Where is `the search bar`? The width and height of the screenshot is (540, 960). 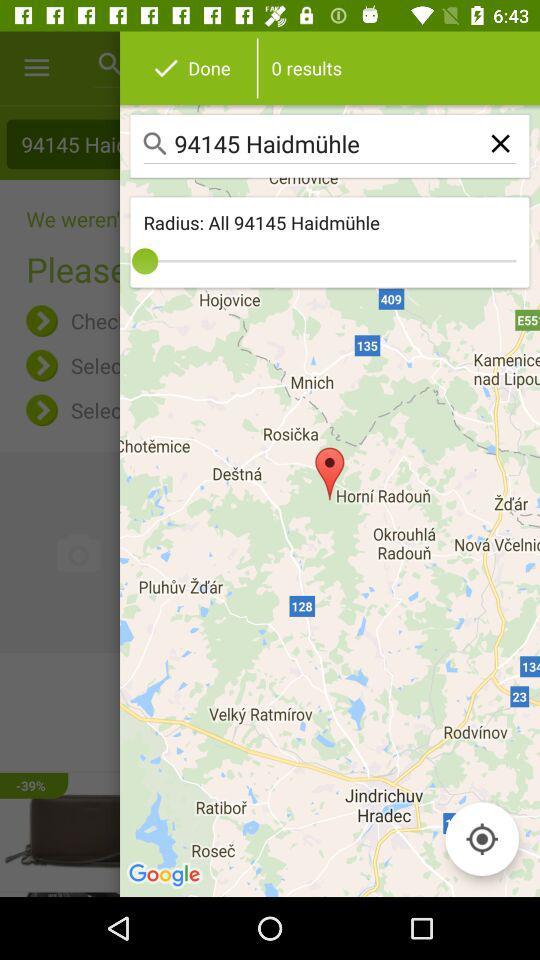 the search bar is located at coordinates (330, 145).